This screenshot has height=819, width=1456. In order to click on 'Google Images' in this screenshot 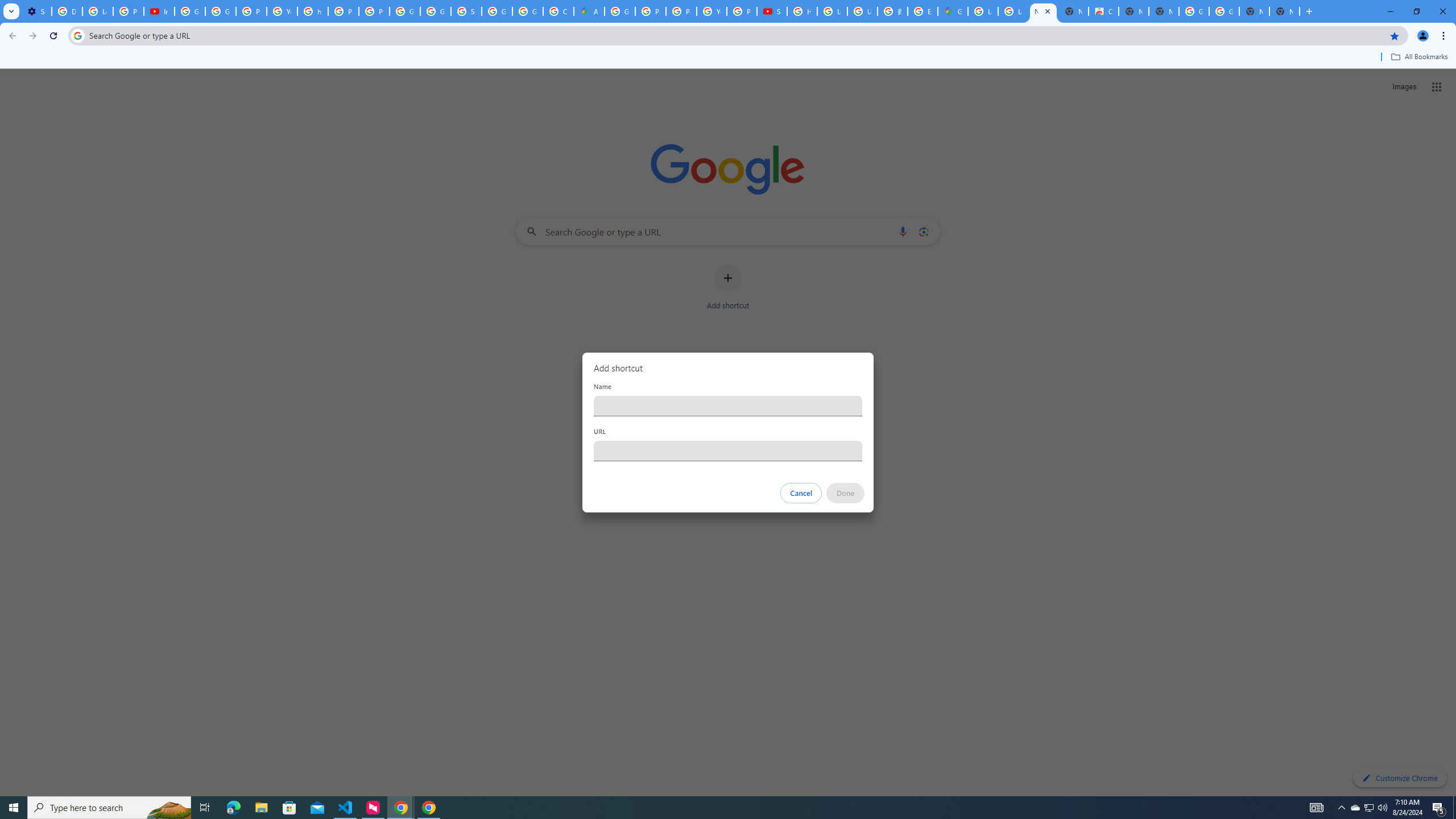, I will do `click(1194, 11)`.